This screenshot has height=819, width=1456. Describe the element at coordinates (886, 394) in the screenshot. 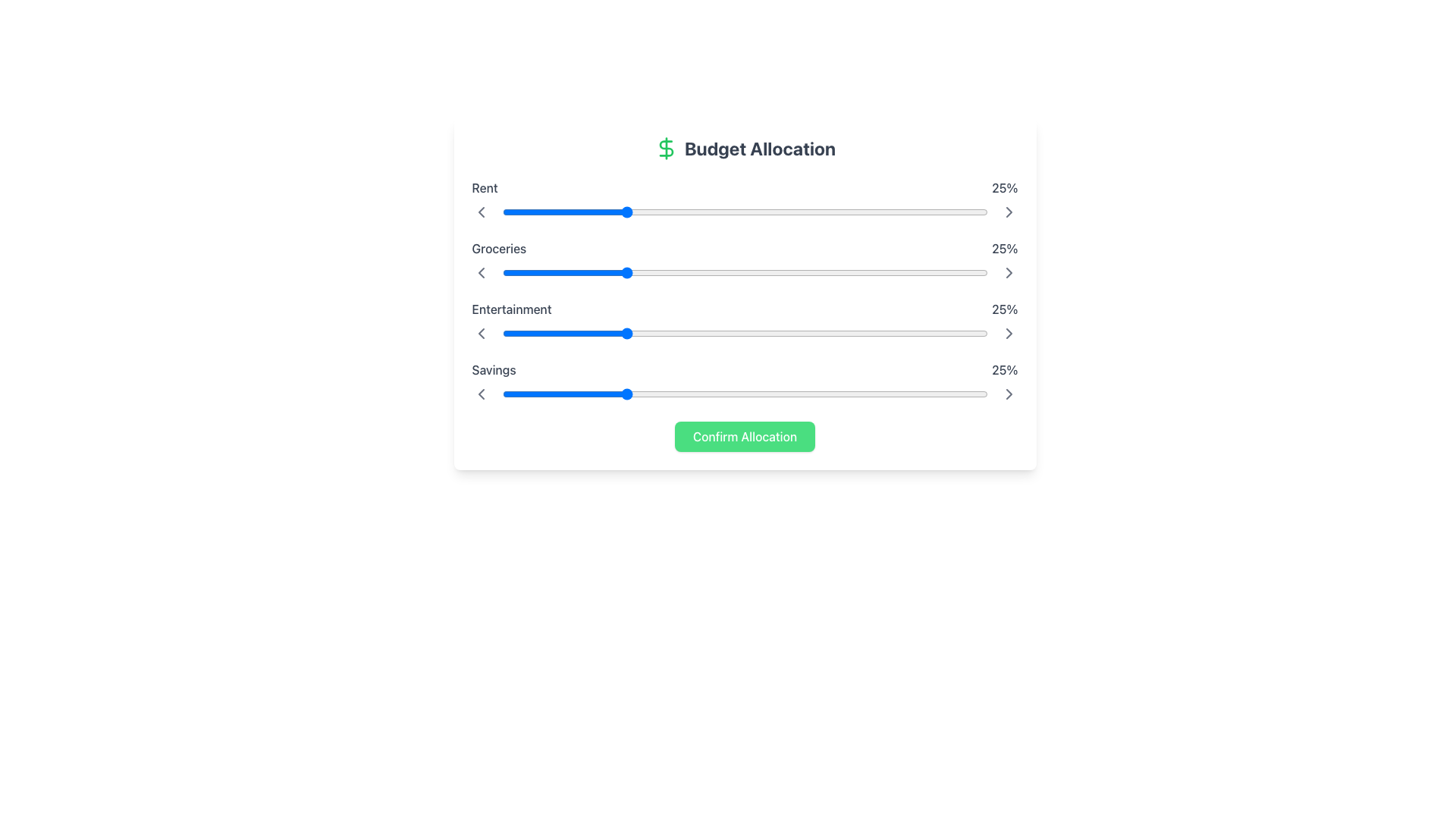

I see `the slider value` at that location.